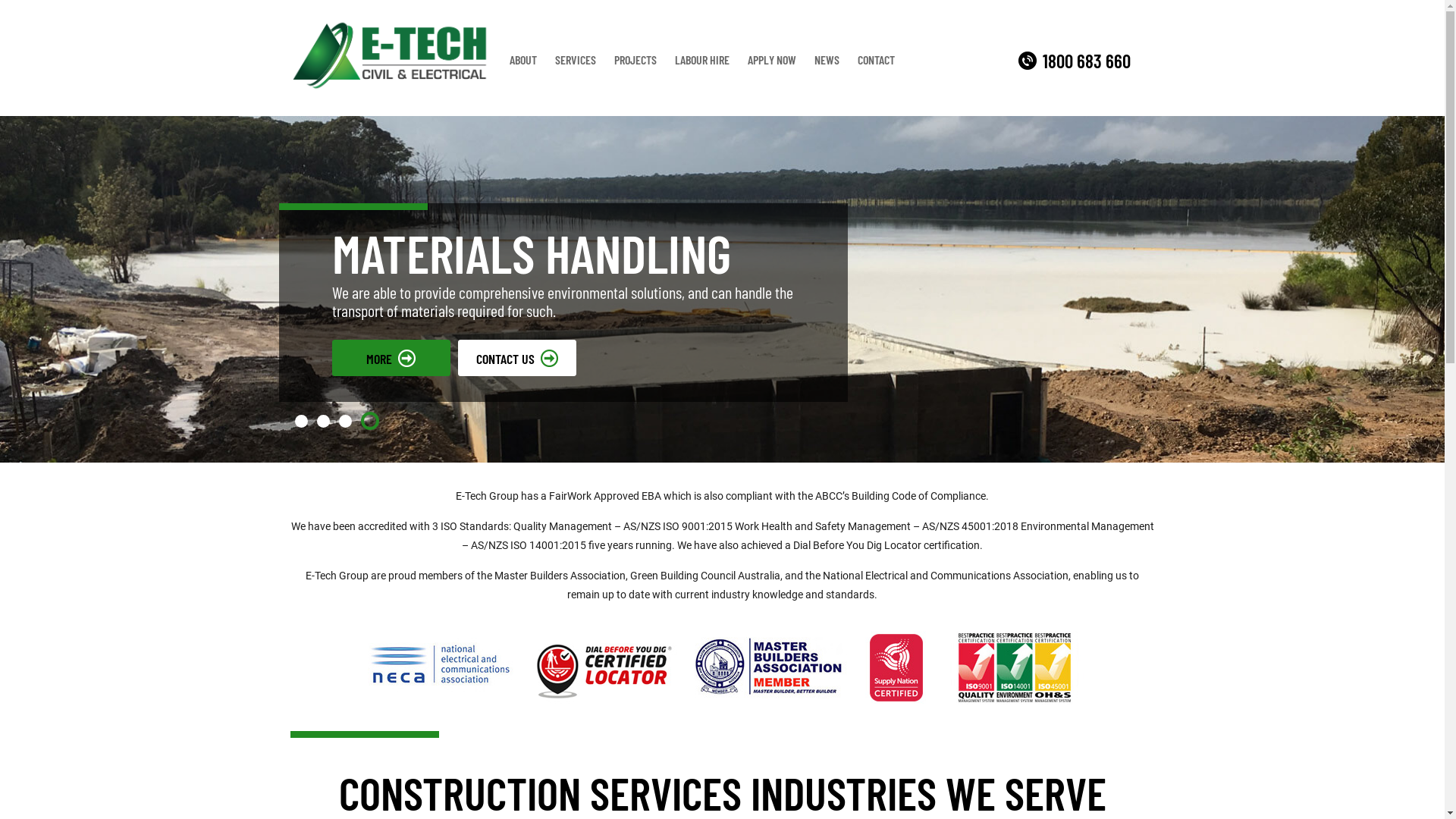  I want to click on 'SERVICES', so click(574, 58).